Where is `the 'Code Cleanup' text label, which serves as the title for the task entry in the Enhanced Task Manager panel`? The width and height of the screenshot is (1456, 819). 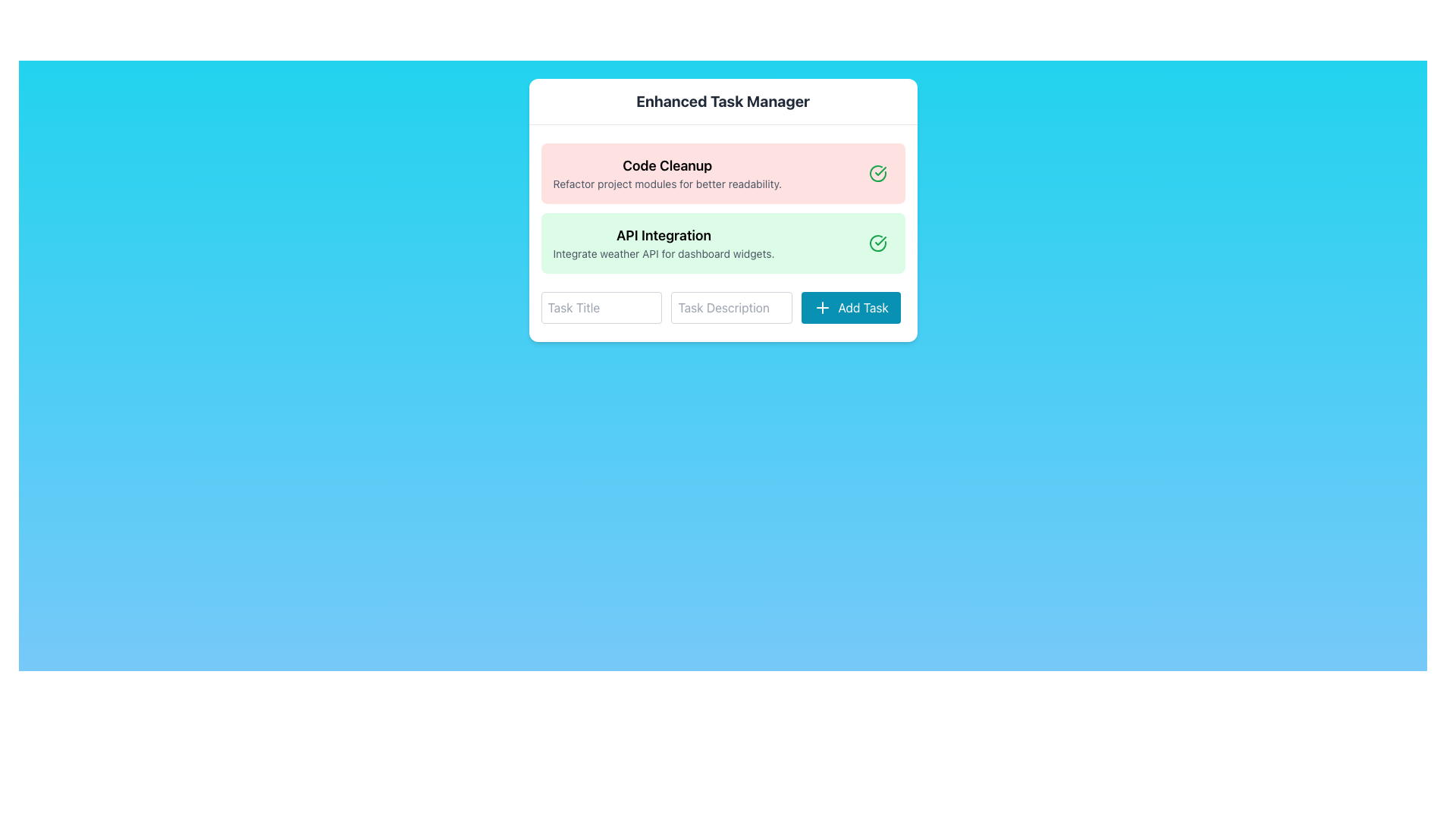 the 'Code Cleanup' text label, which serves as the title for the task entry in the Enhanced Task Manager panel is located at coordinates (667, 166).